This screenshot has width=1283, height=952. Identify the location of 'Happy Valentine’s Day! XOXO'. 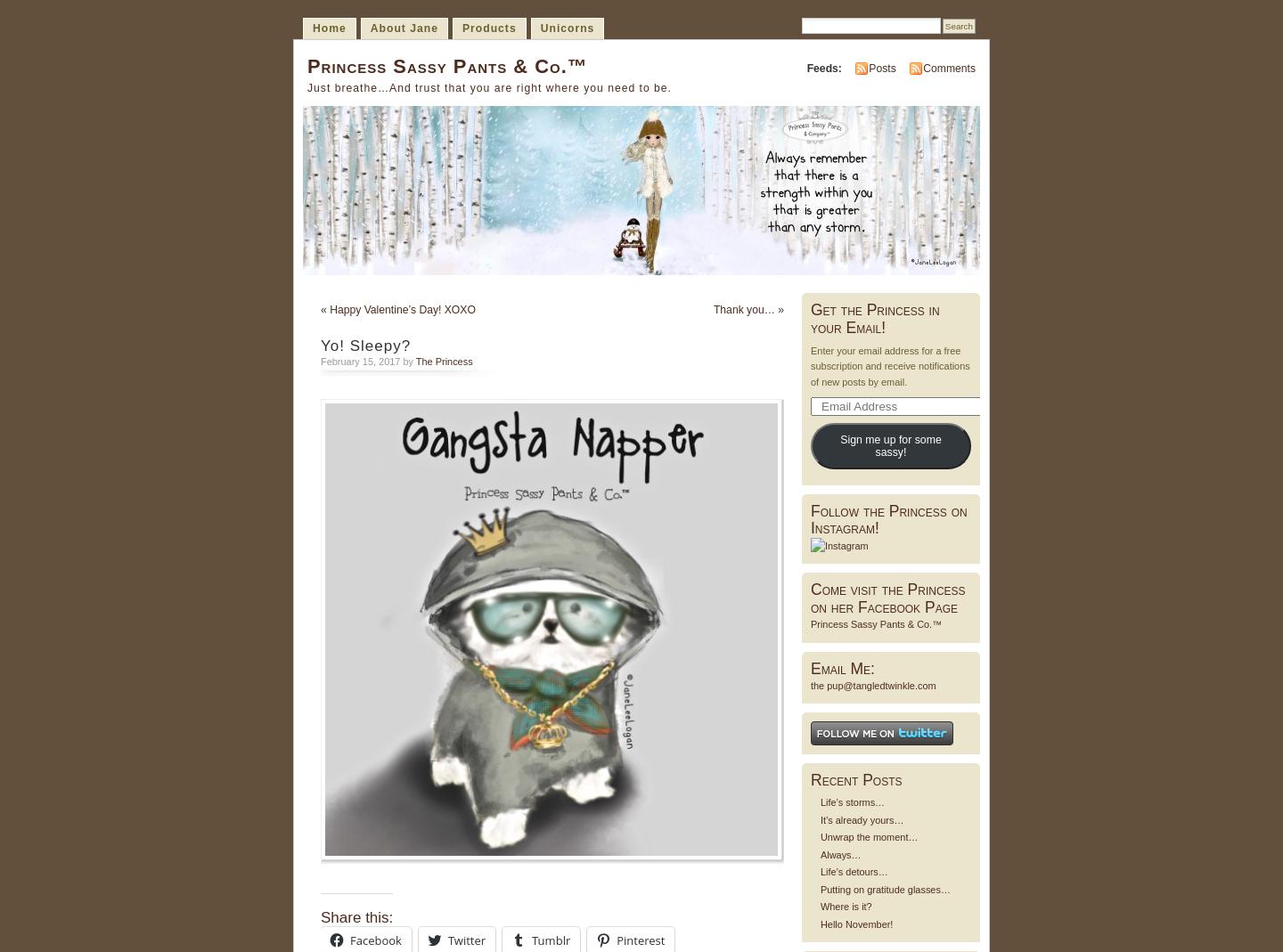
(402, 309).